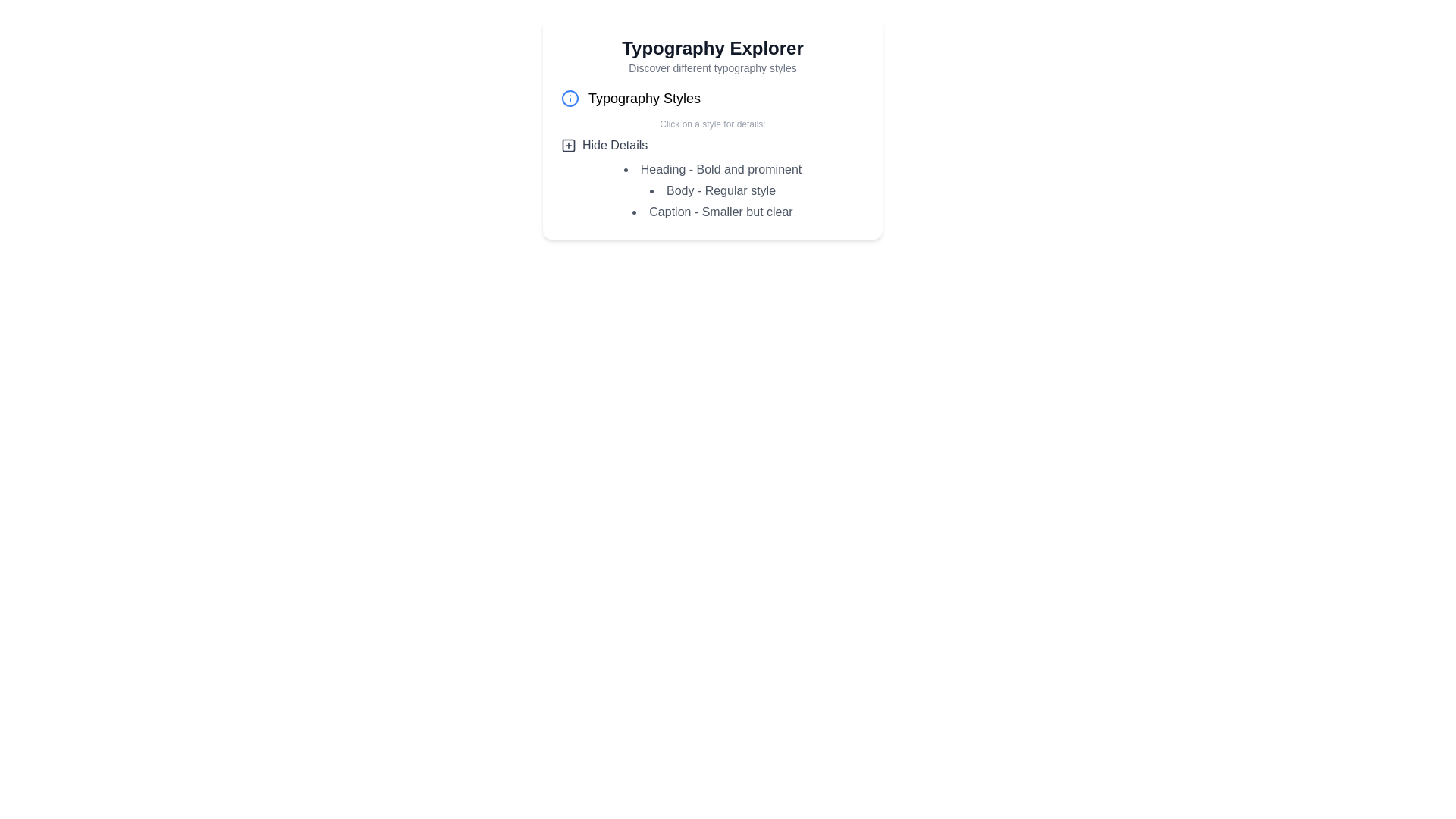 The image size is (1456, 819). Describe the element at coordinates (712, 212) in the screenshot. I see `text content of the element displaying 'Caption - Smaller but clear', which is a muted gray text styled in a smaller font size, located below the 'Heading - Bold and prominent' and 'Body - Regular style' items in the Typography Styles section` at that location.